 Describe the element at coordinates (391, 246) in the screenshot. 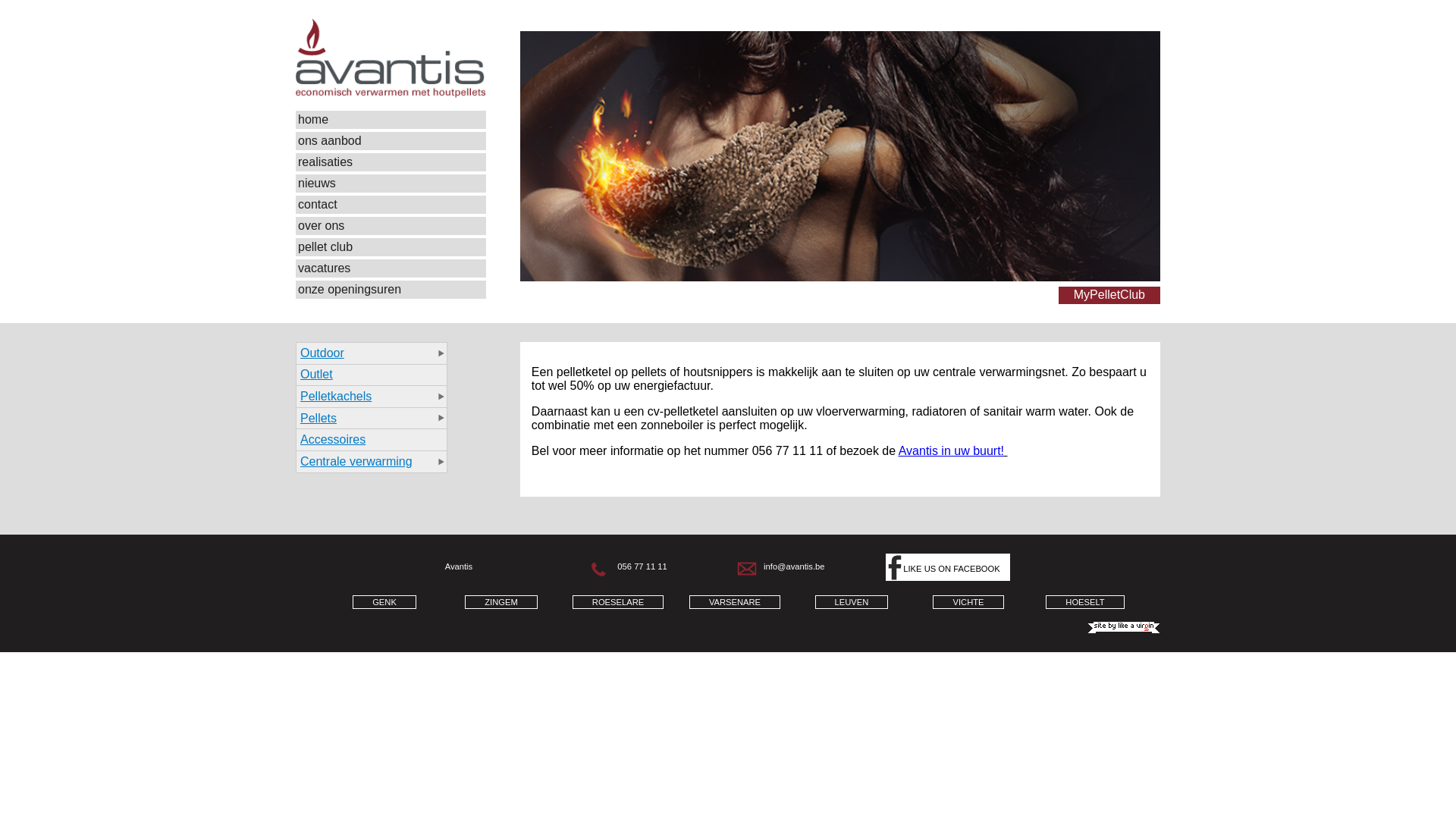

I see `'pellet club'` at that location.